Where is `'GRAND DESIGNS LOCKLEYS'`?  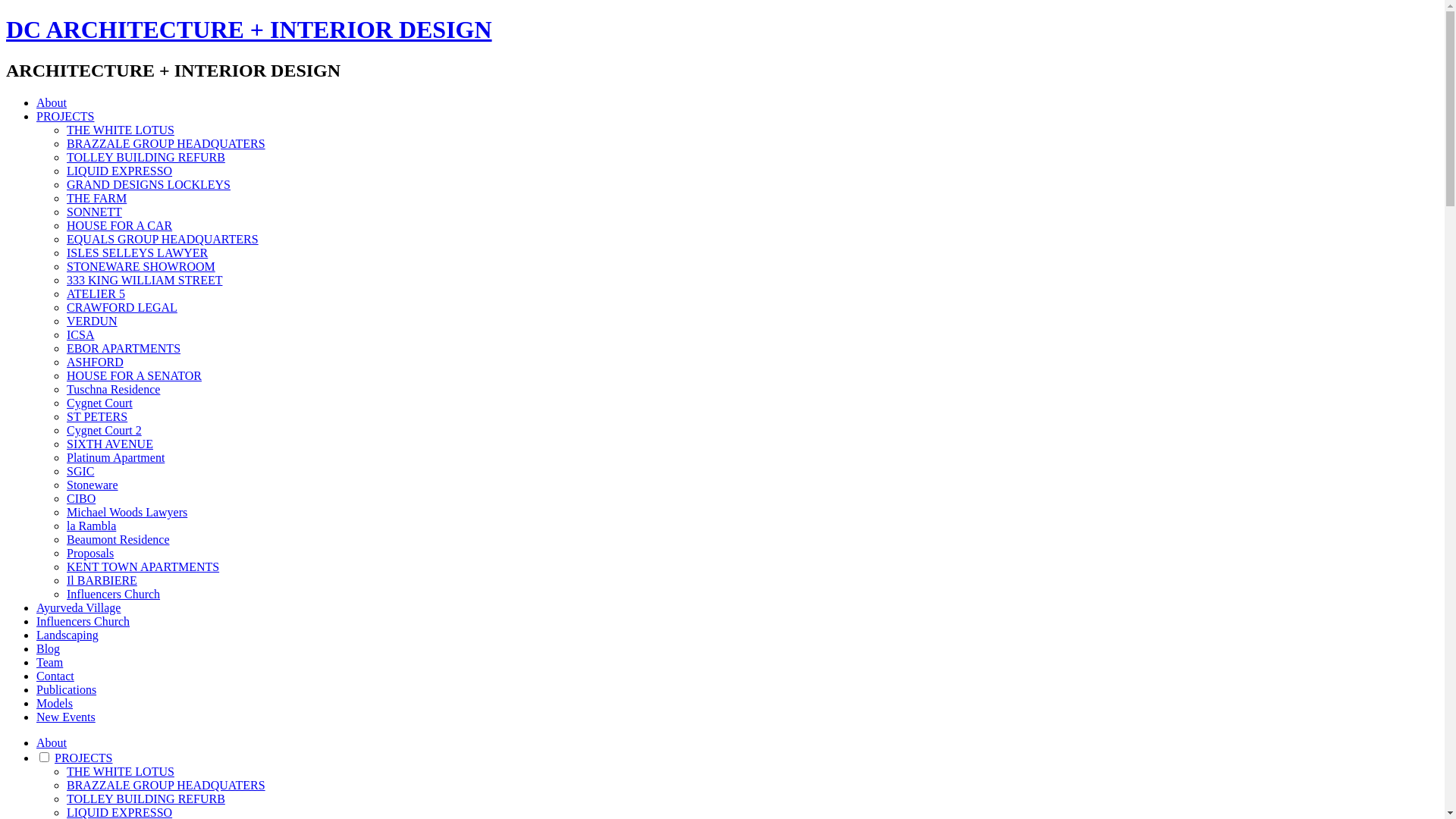 'GRAND DESIGNS LOCKLEYS' is located at coordinates (149, 184).